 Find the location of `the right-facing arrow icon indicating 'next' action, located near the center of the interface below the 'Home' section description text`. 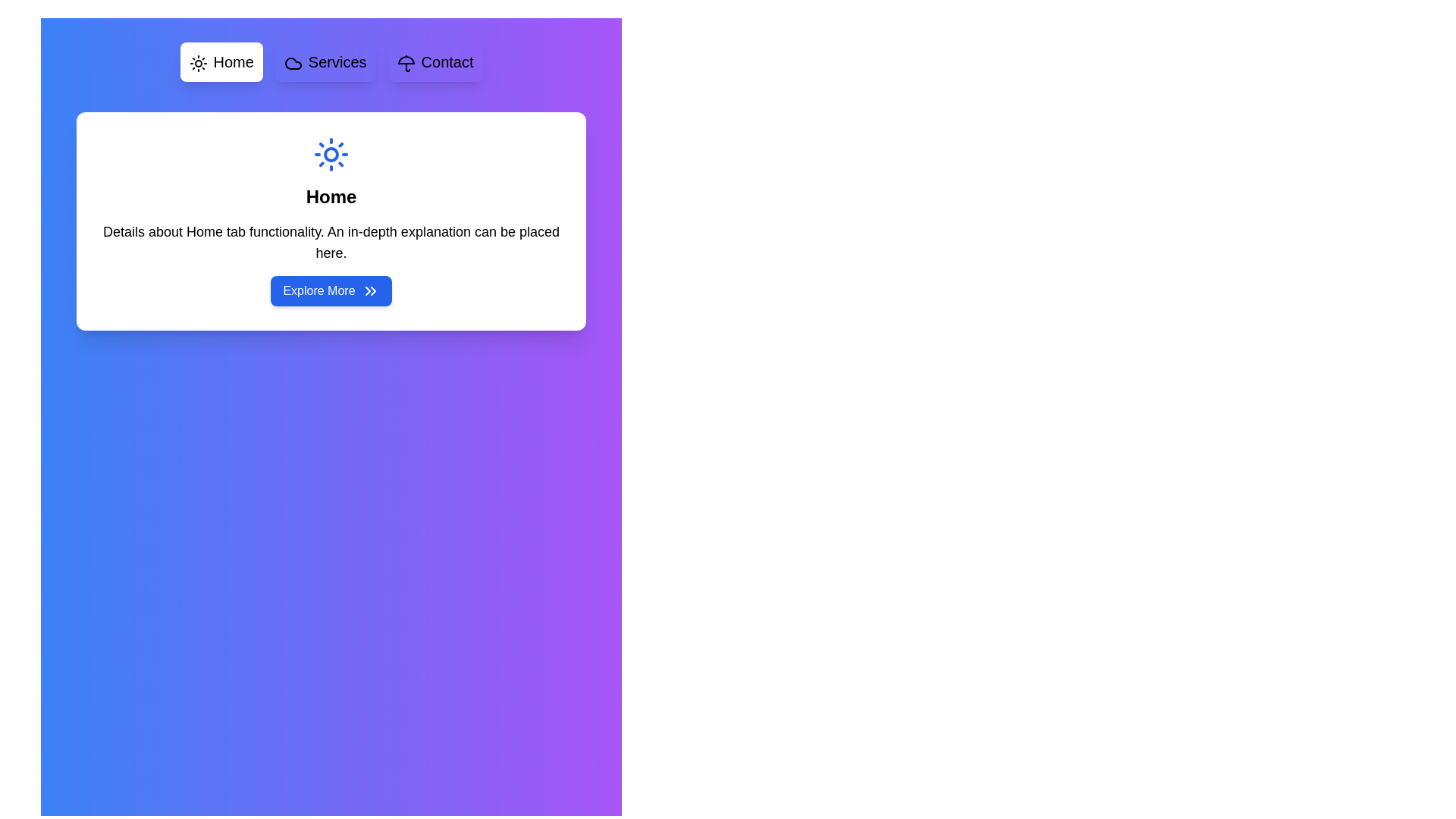

the right-facing arrow icon indicating 'next' action, located near the center of the interface below the 'Home' section description text is located at coordinates (372, 291).